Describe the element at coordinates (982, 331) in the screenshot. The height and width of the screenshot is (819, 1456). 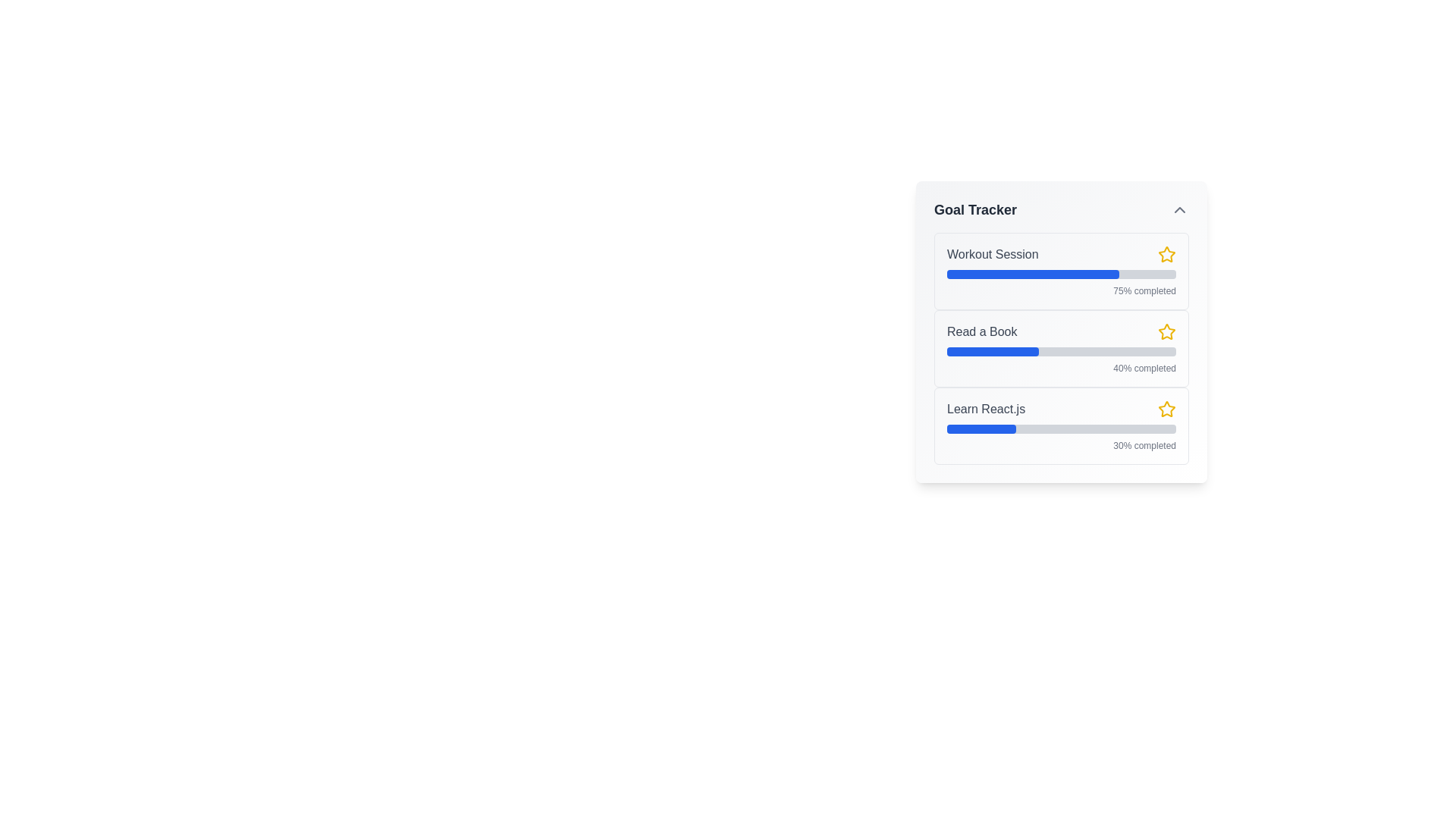
I see `the text label in the 'Goal Tracker' section that describes the related goal, positioned to the left of a yellow star icon and above a blue progress bar` at that location.